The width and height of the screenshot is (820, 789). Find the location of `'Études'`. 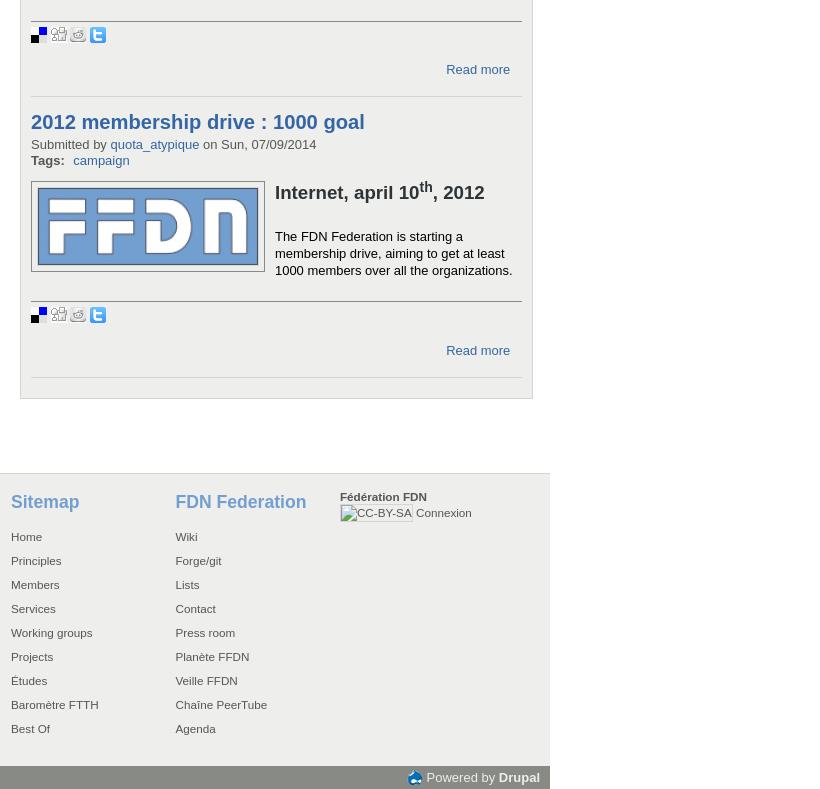

'Études' is located at coordinates (9, 678).